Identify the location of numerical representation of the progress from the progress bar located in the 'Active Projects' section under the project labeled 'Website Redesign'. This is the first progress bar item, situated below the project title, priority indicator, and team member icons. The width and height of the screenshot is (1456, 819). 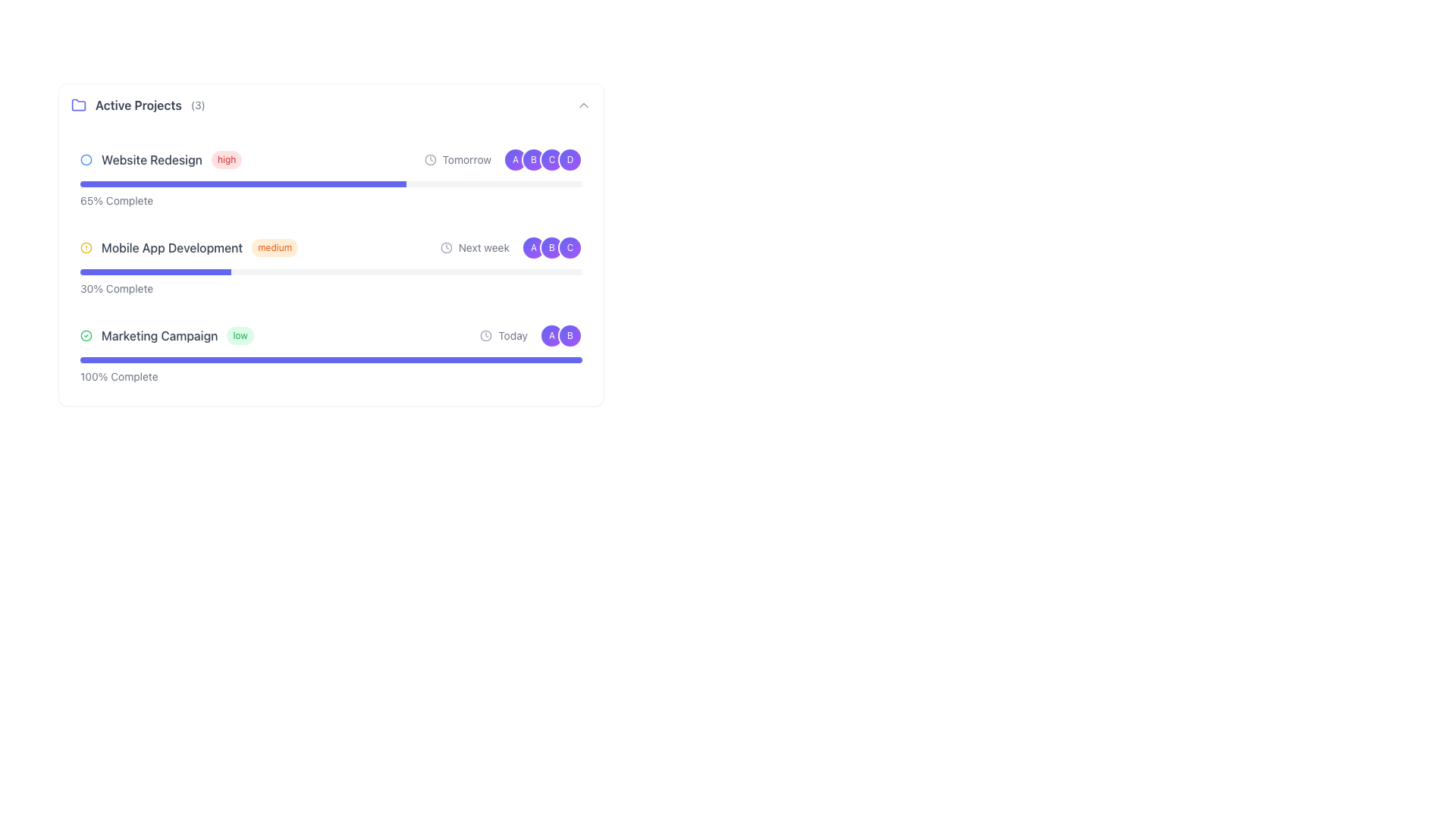
(330, 194).